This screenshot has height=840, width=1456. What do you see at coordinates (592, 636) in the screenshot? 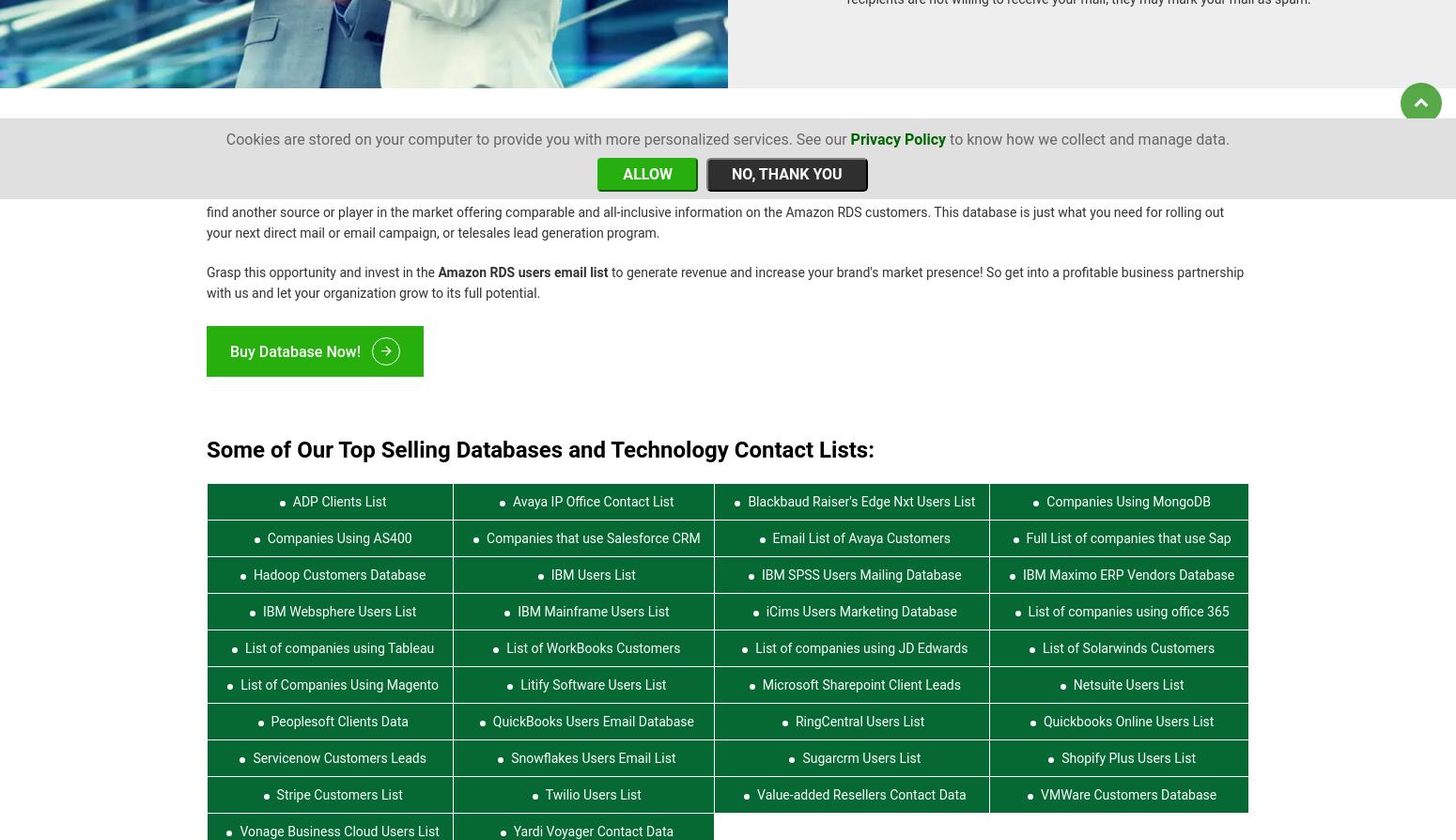
I see `'List of WorkBooks Customers'` at bounding box center [592, 636].